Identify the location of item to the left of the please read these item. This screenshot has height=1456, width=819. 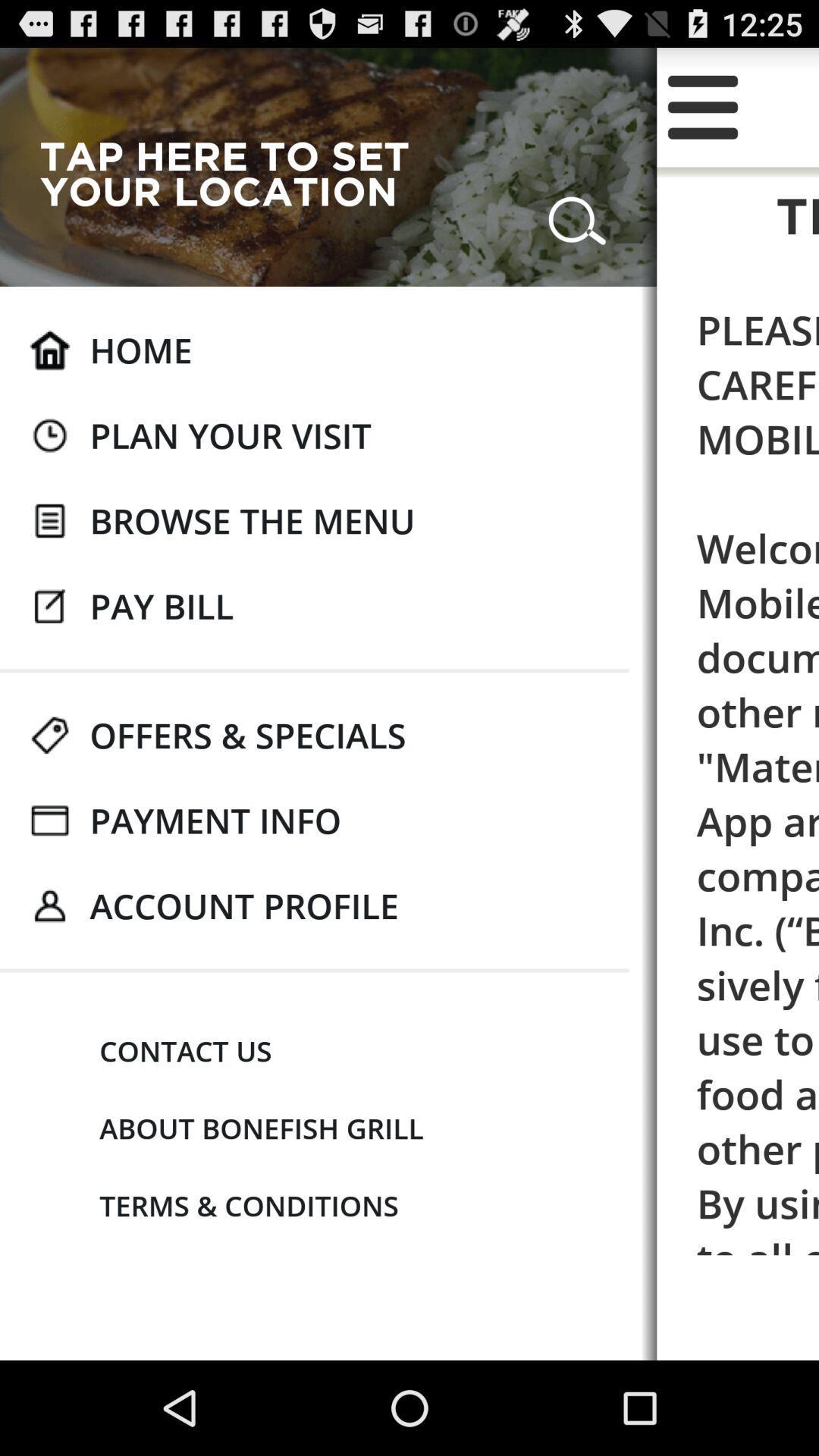
(231, 435).